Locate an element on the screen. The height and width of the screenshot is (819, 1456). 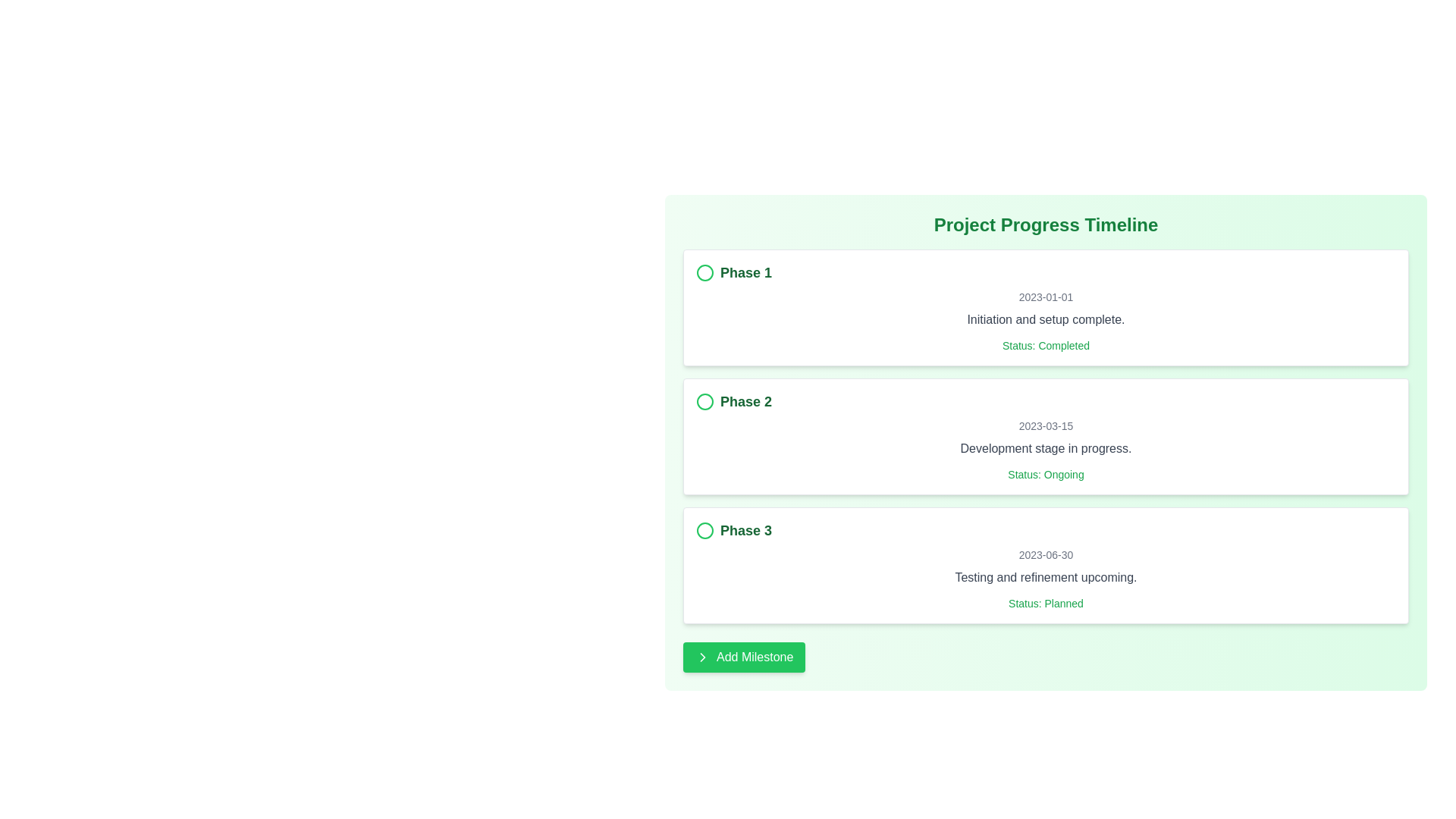
the Card element containing the green circular icon and text 'Phase 3', which is the third in a vertically stacked list of similar cards is located at coordinates (1045, 565).